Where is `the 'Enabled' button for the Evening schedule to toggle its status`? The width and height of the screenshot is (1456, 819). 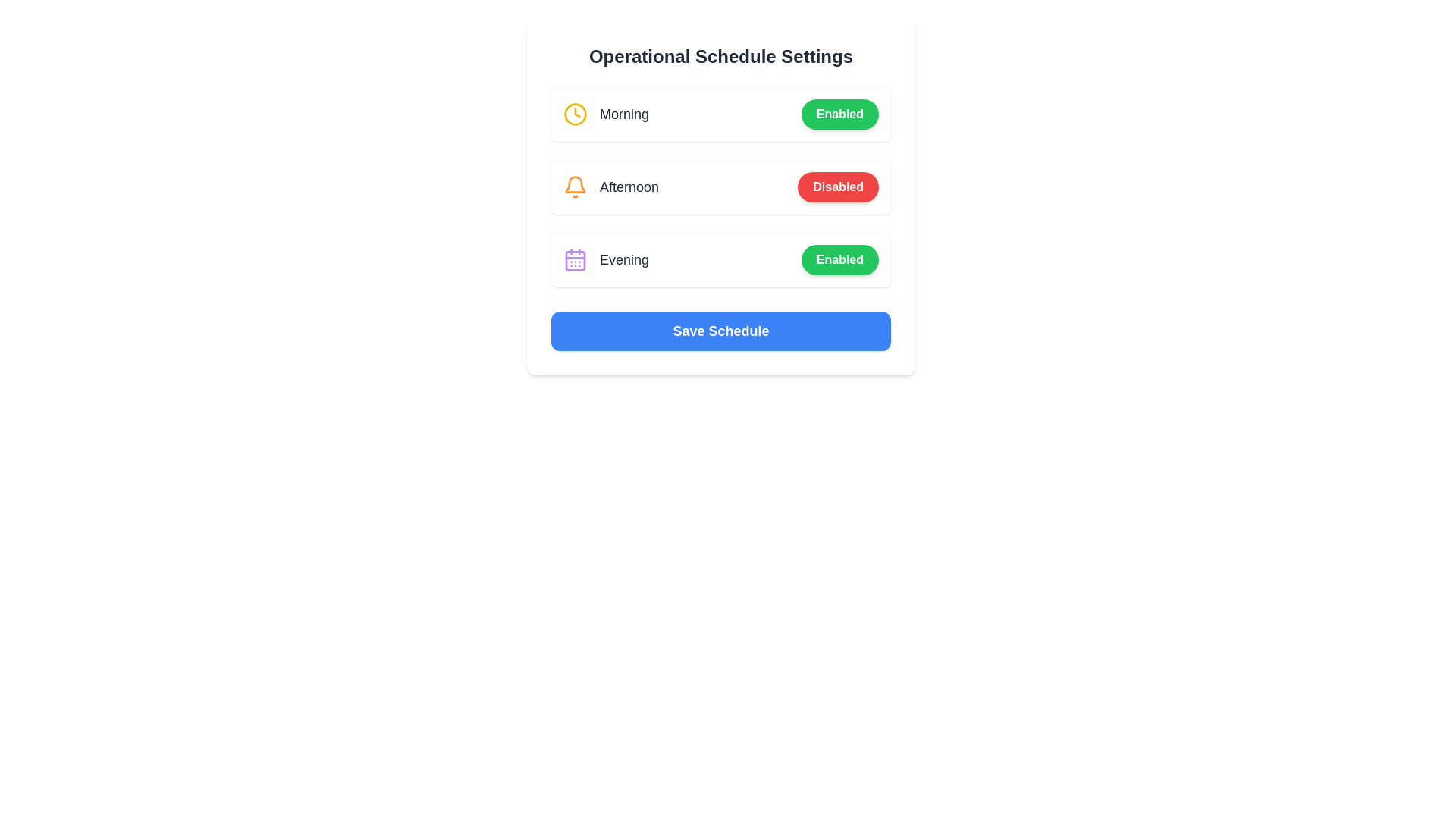
the 'Enabled' button for the Evening schedule to toggle its status is located at coordinates (839, 259).